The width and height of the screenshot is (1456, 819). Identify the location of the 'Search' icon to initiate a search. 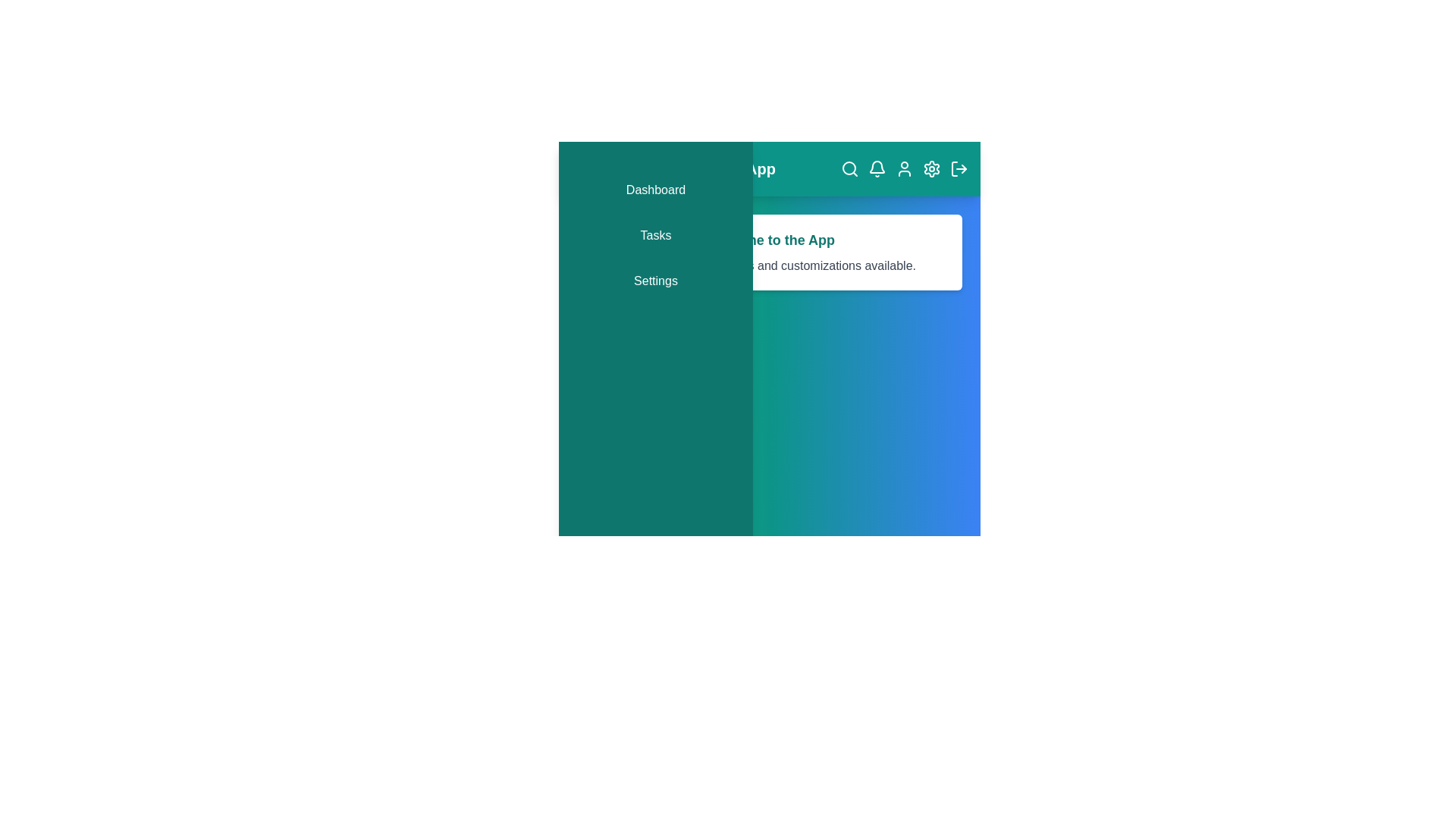
(850, 169).